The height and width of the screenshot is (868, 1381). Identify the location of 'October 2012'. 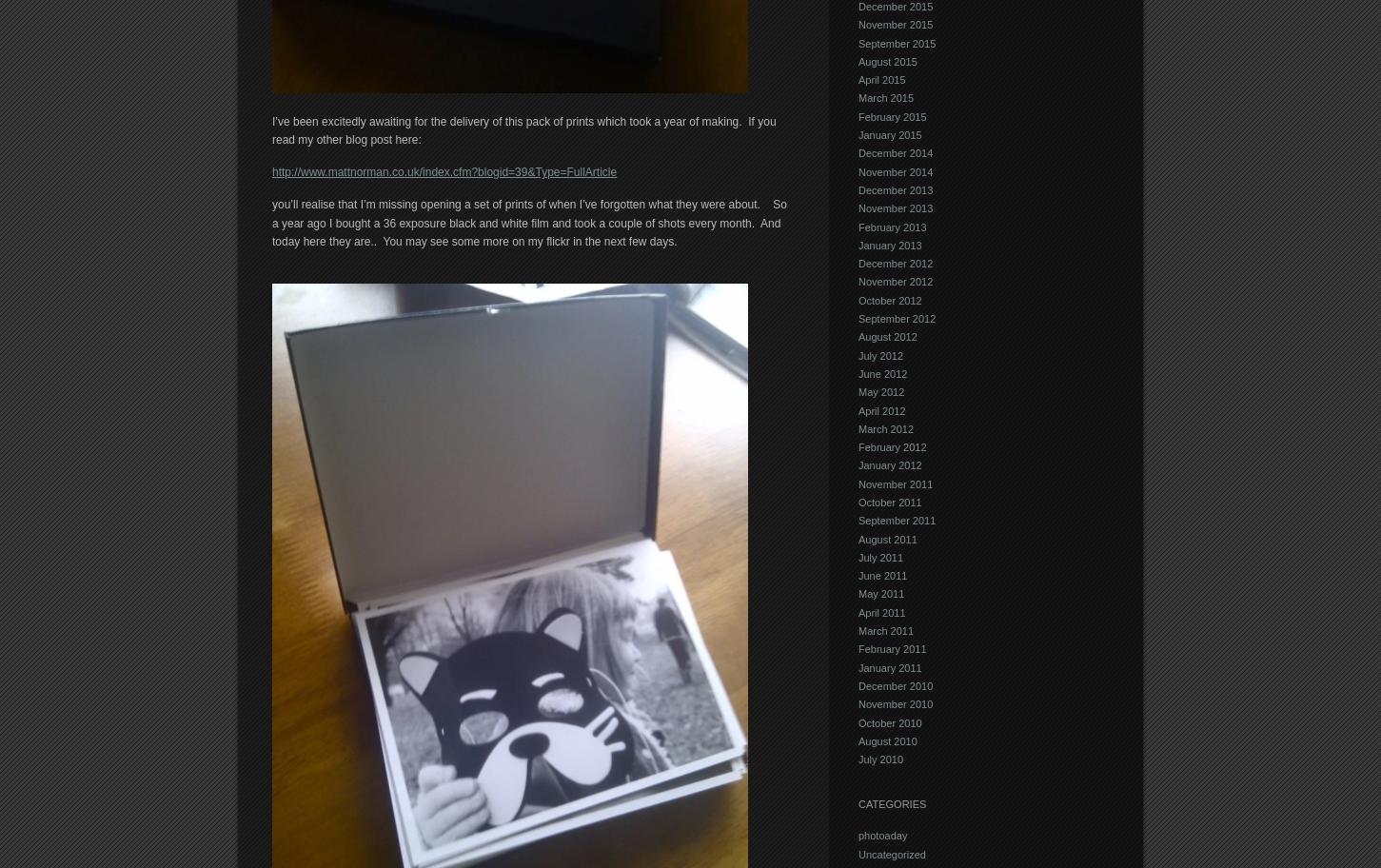
(890, 300).